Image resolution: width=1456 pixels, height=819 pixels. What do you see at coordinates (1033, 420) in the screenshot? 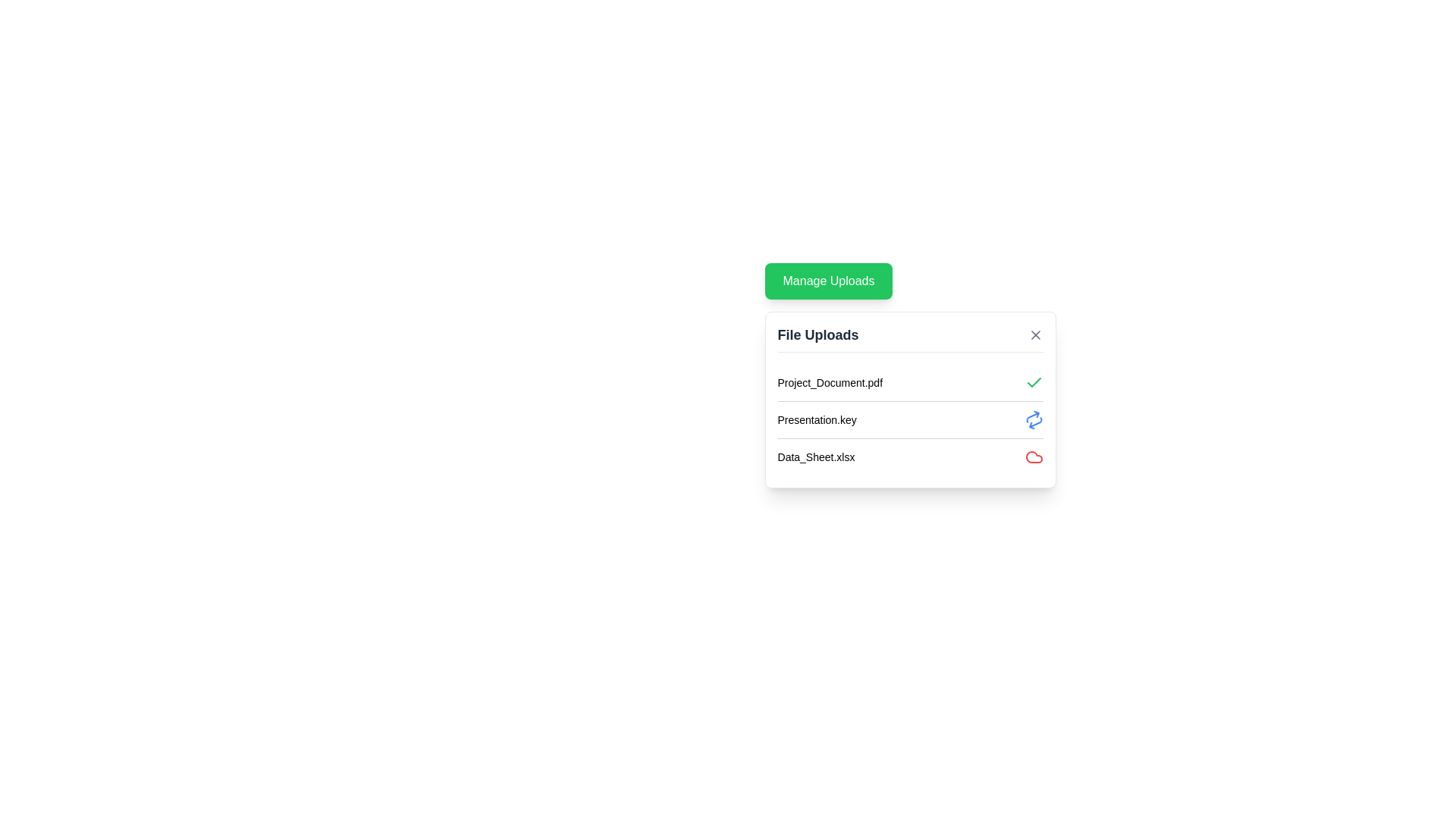
I see `the loading icon located to the far-right of the list item containing 'Presentation.key' in the 'File Uploads' section, which indicates ongoing activity` at bounding box center [1033, 420].